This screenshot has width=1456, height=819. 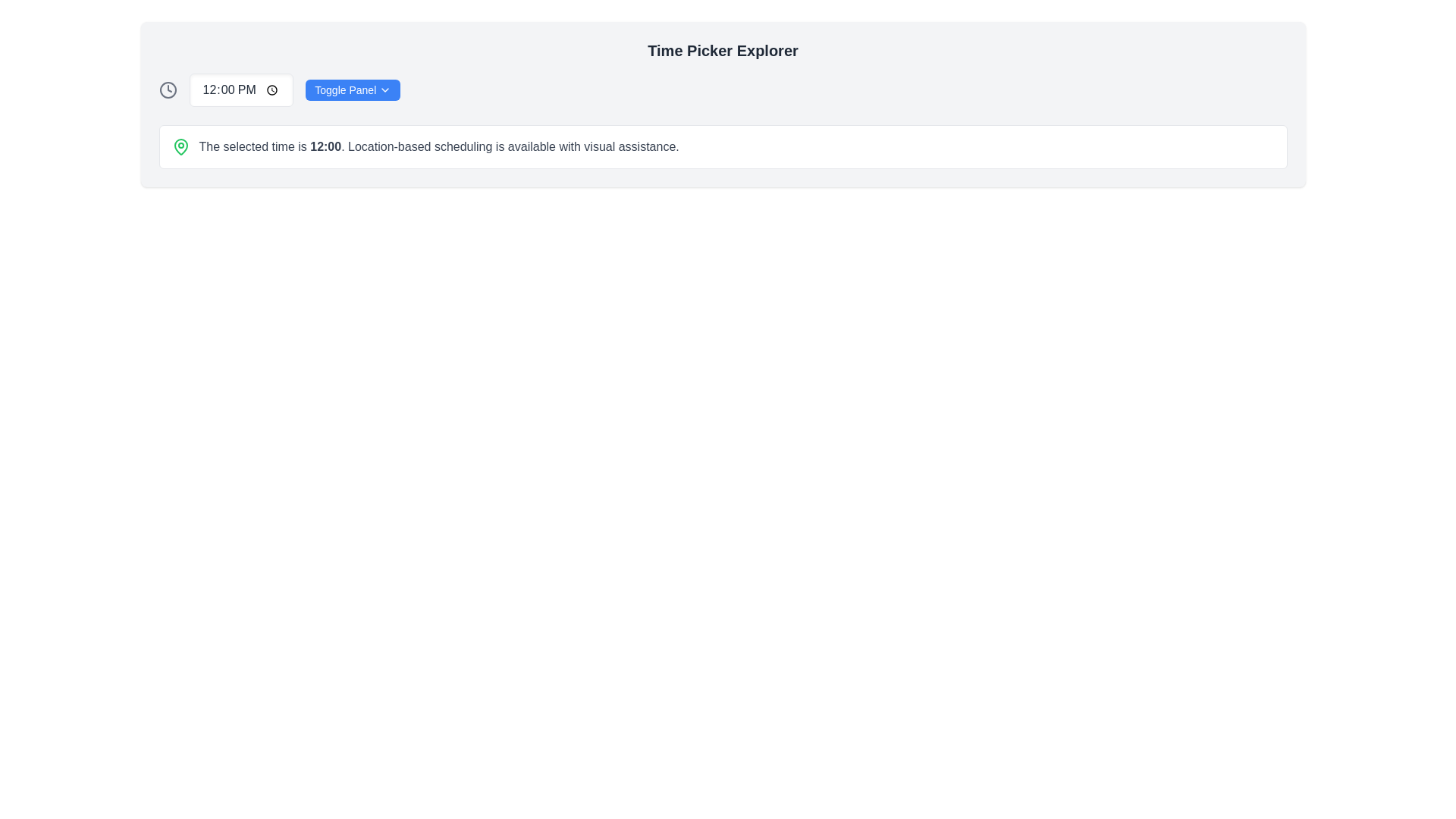 What do you see at coordinates (385, 90) in the screenshot?
I see `the chevron-down icon next to the 'Toggle Panel' button` at bounding box center [385, 90].